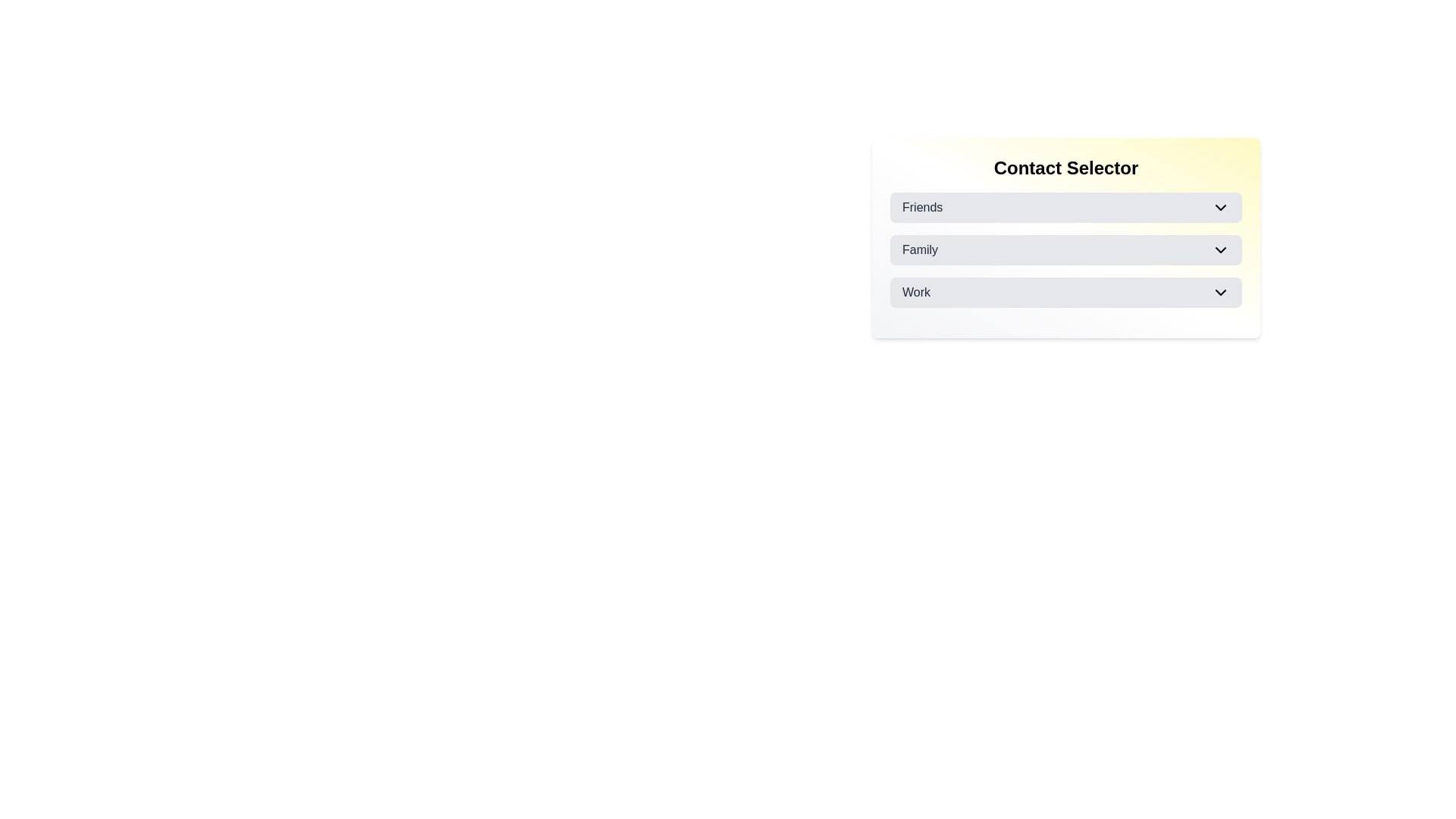  I want to click on the 'Family' button in the 'Contact Selector' component, so click(1065, 249).